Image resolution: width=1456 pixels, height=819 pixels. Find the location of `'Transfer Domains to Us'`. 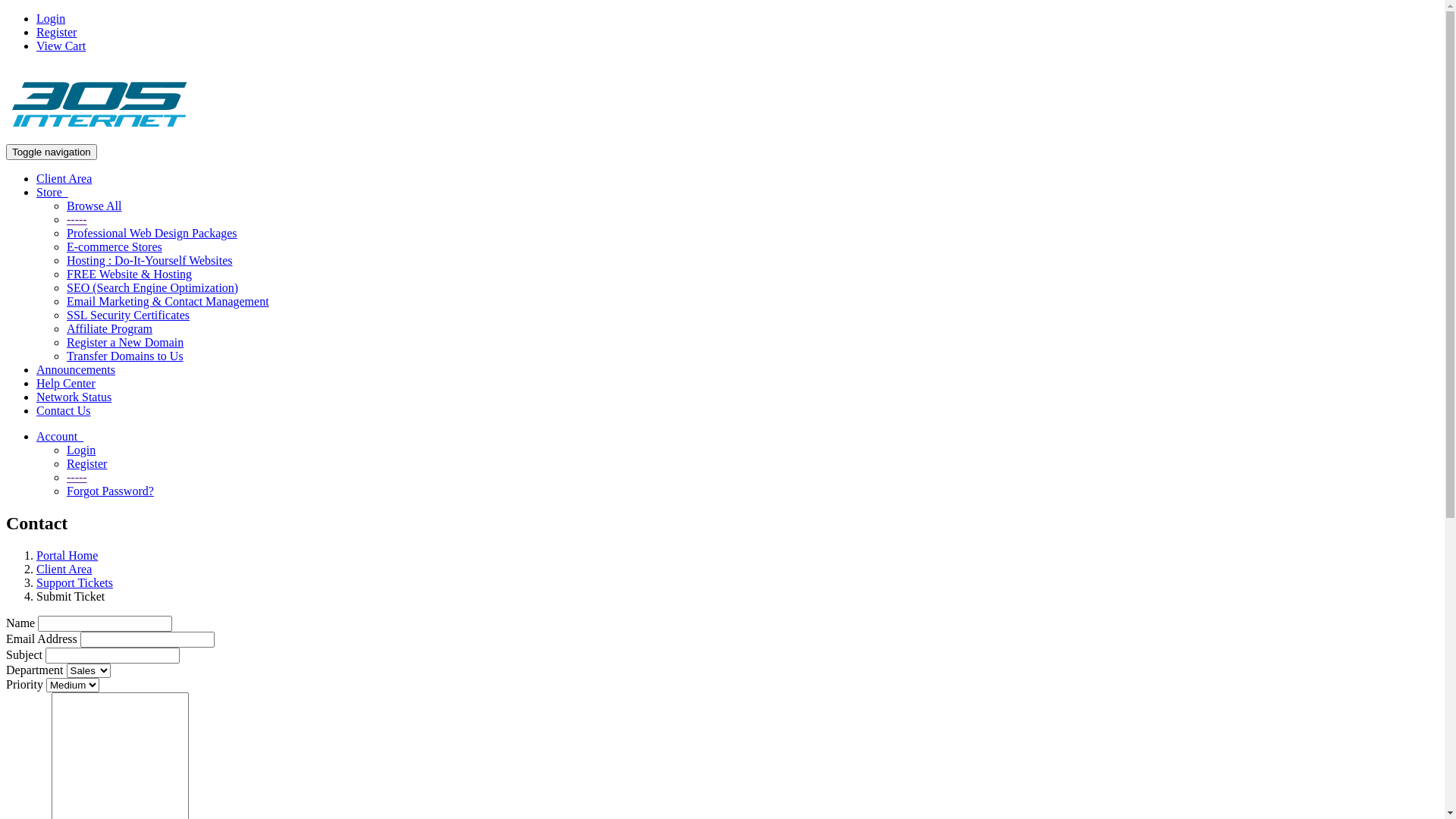

'Transfer Domains to Us' is located at coordinates (124, 356).